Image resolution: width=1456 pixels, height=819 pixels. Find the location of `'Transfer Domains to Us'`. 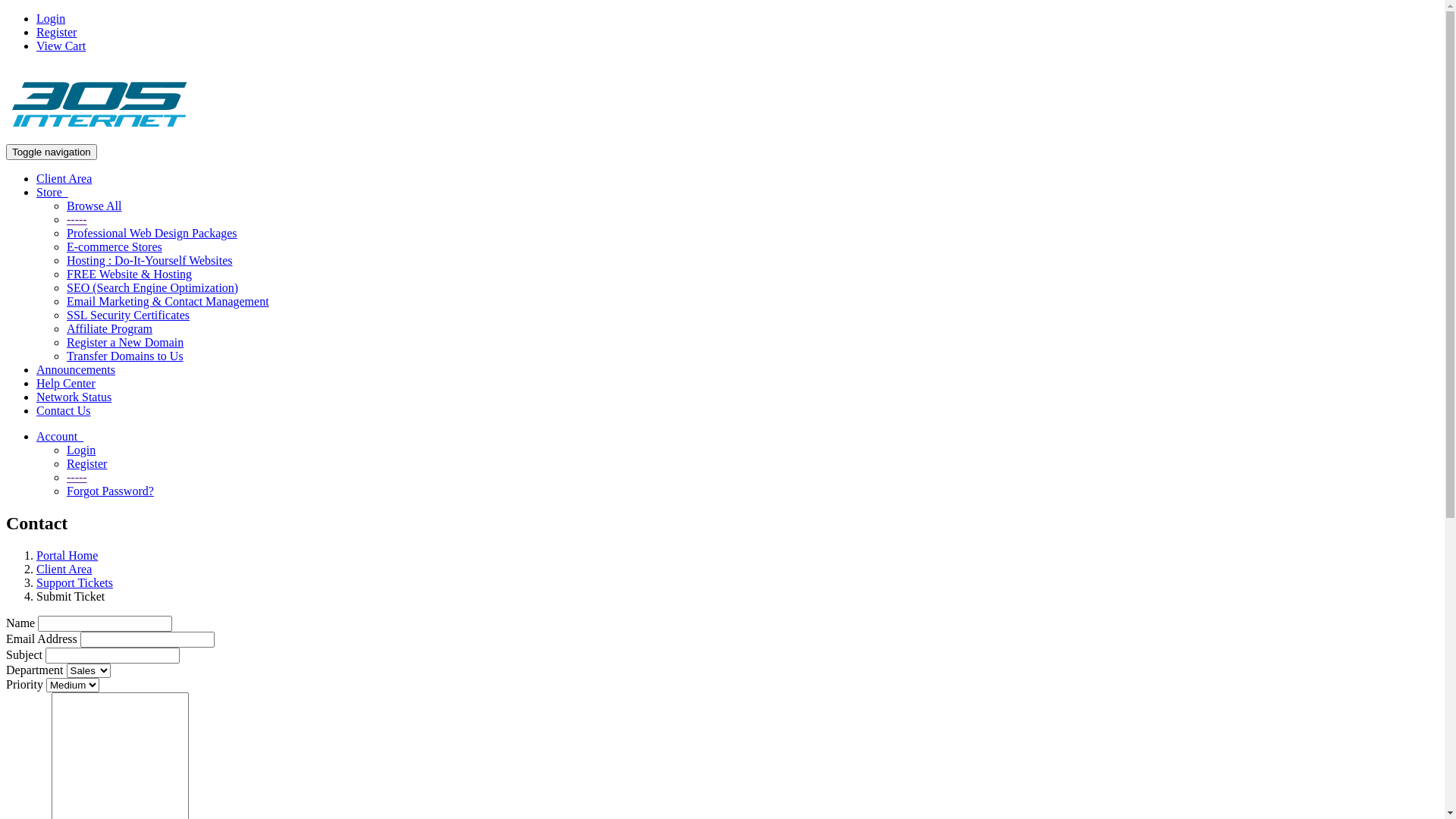

'Transfer Domains to Us' is located at coordinates (124, 356).